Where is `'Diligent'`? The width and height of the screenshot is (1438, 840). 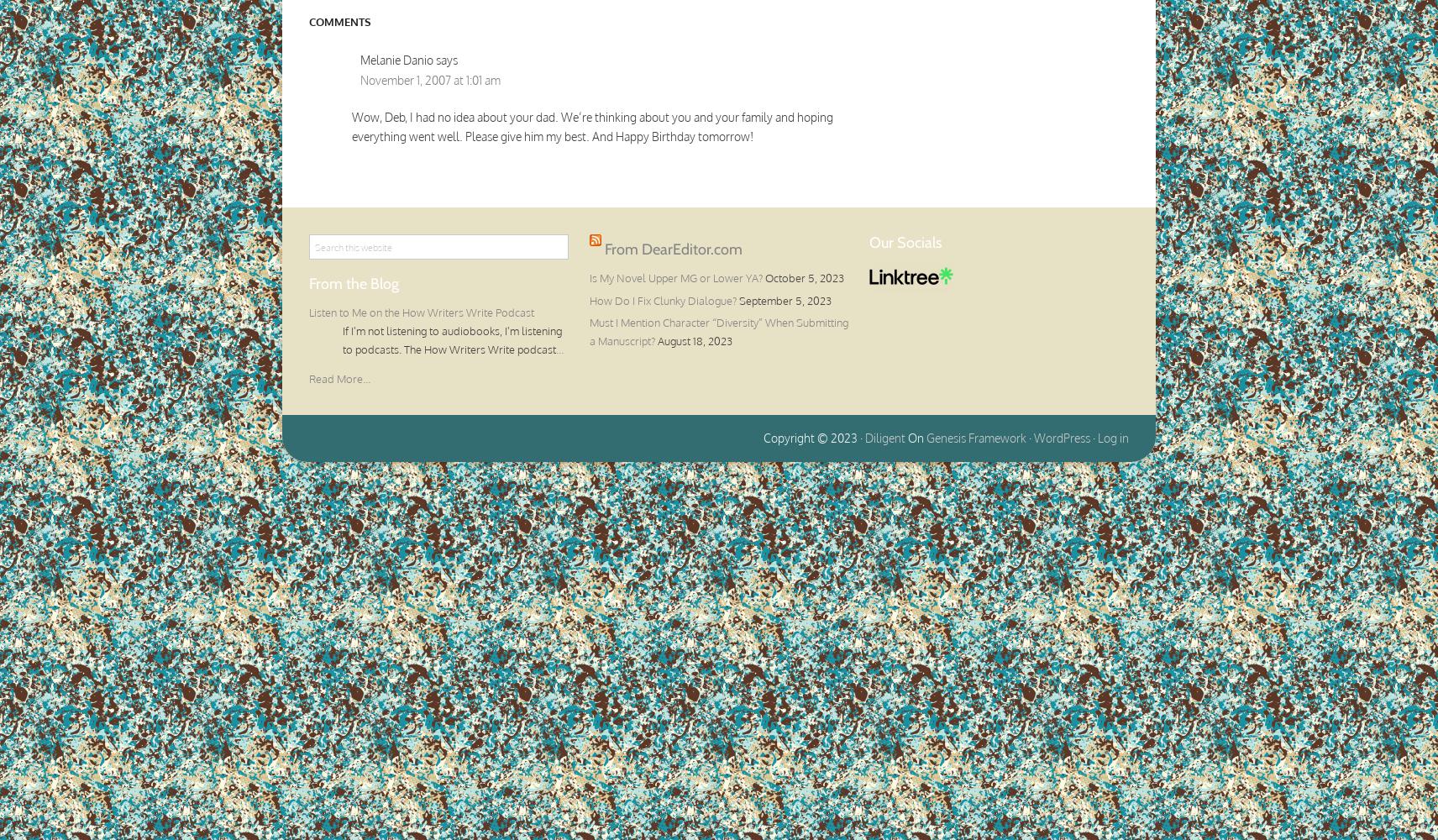 'Diligent' is located at coordinates (884, 438).